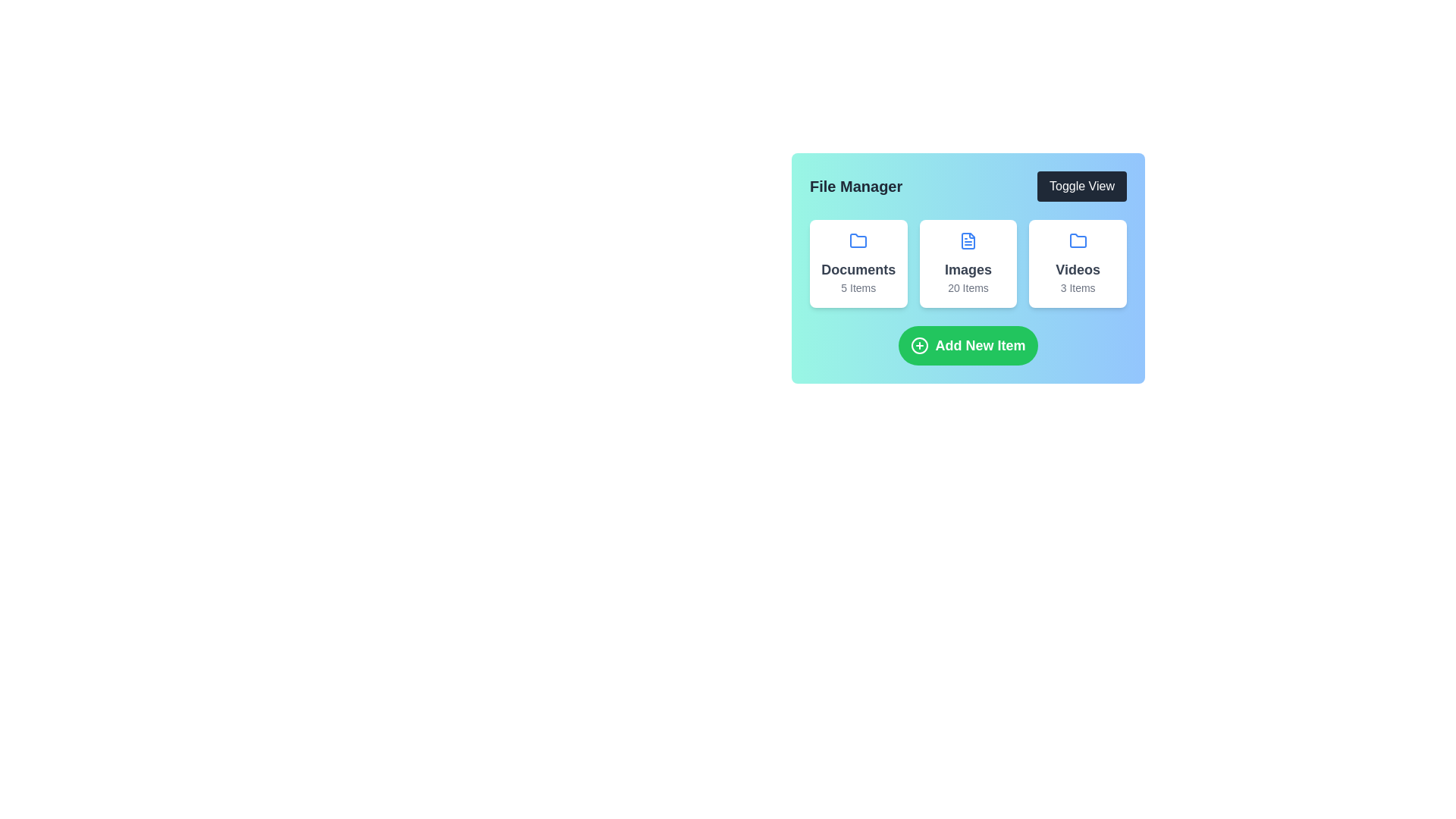  Describe the element at coordinates (1077, 240) in the screenshot. I see `the blue folder icon located in the 'Videos' category of the file manager interface` at that location.